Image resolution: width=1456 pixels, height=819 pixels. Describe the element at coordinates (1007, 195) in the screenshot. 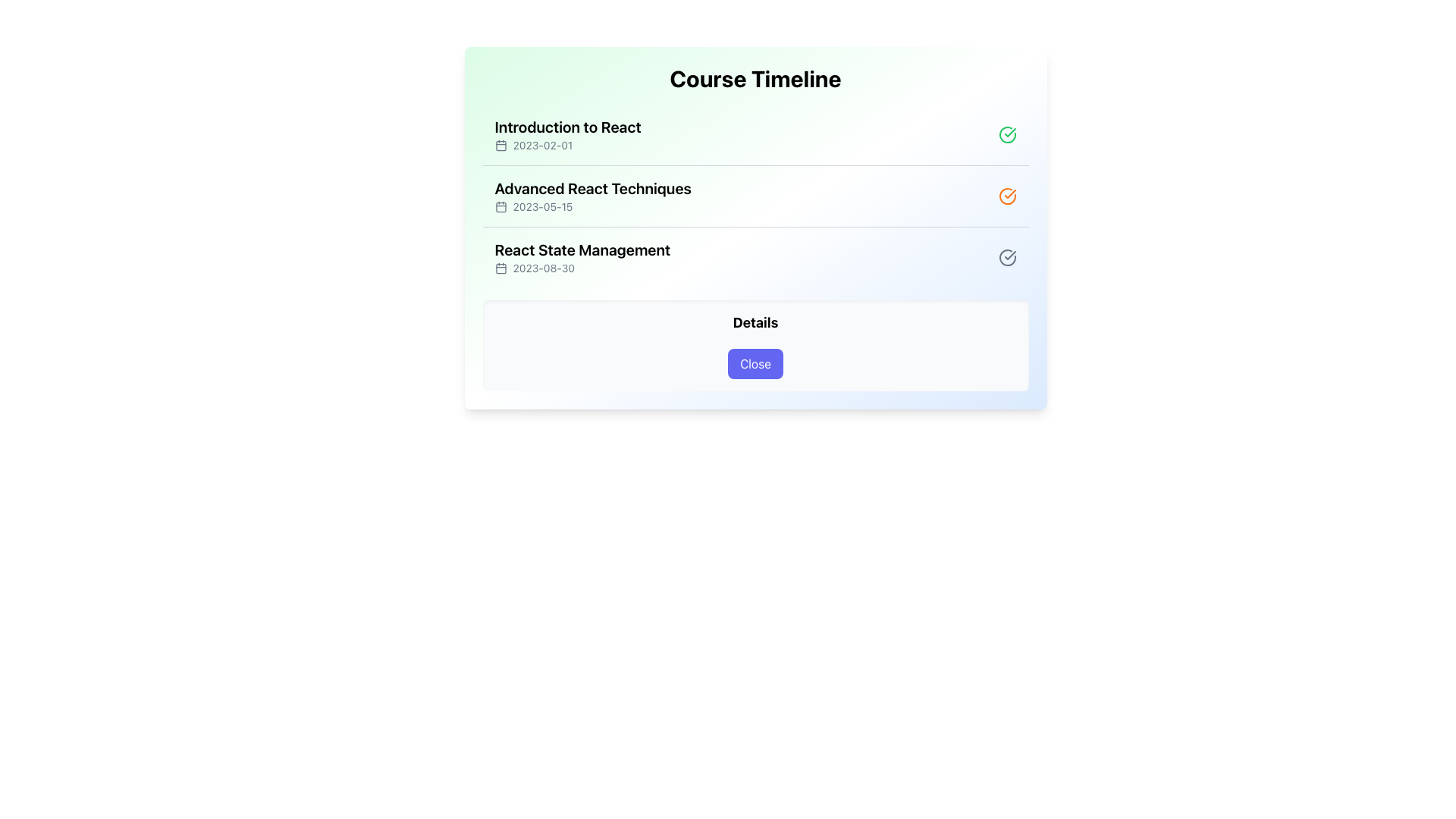

I see `the orange circular Decorative Icon with a check mark inside, which is aligned horizontally with the course title 'Advanced React Techniques'` at that location.